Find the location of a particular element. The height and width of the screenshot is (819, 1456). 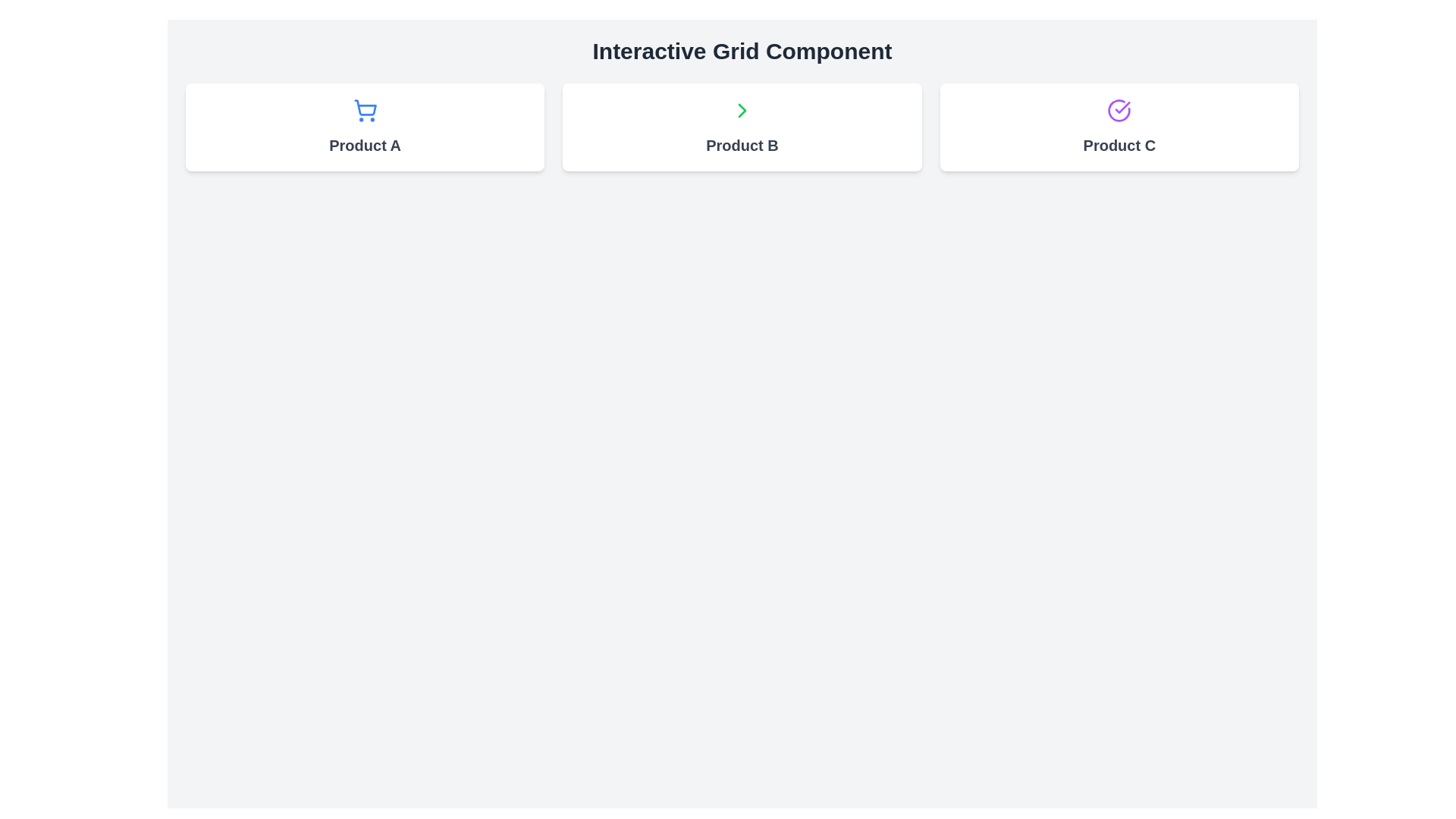

the blue shopping cart icon, which is styled with circular strokes and has two smaller circles underneath representing wheels, located above the label 'Product A' is located at coordinates (365, 110).